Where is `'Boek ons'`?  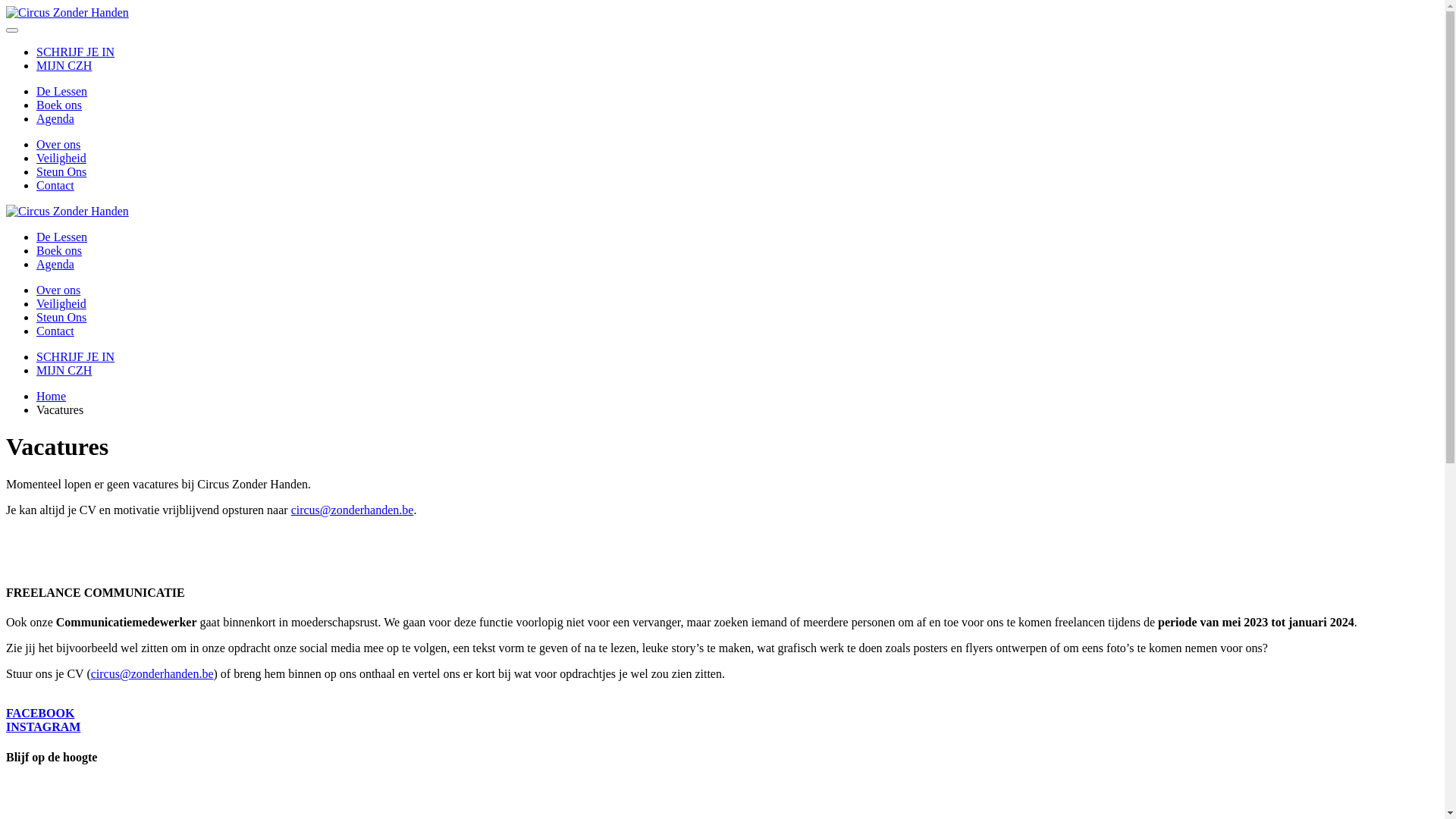 'Boek ons' is located at coordinates (58, 104).